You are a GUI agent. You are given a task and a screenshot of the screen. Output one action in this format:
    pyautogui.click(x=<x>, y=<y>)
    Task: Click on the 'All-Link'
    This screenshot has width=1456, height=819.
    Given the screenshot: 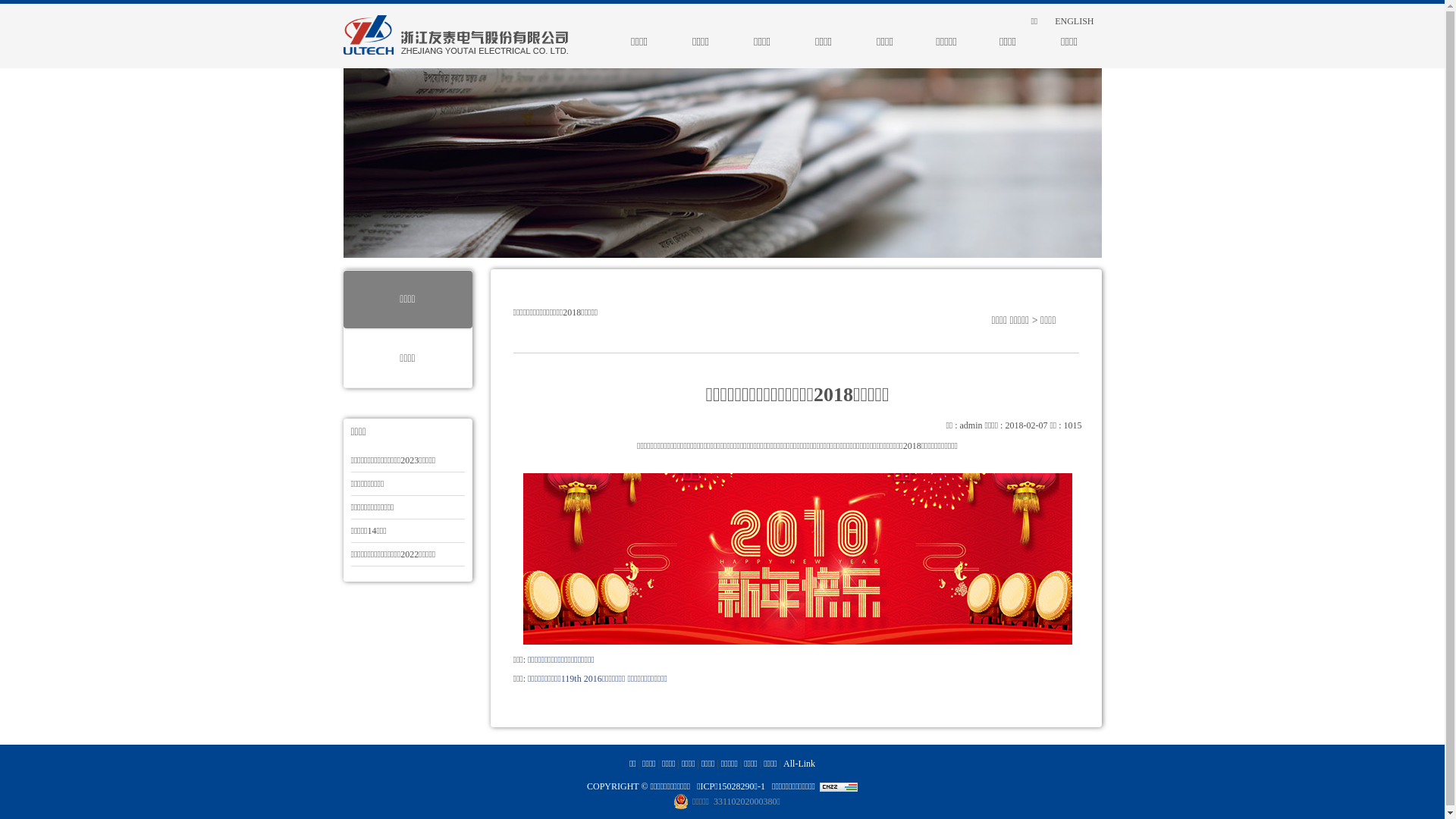 What is the action you would take?
    pyautogui.click(x=799, y=763)
    